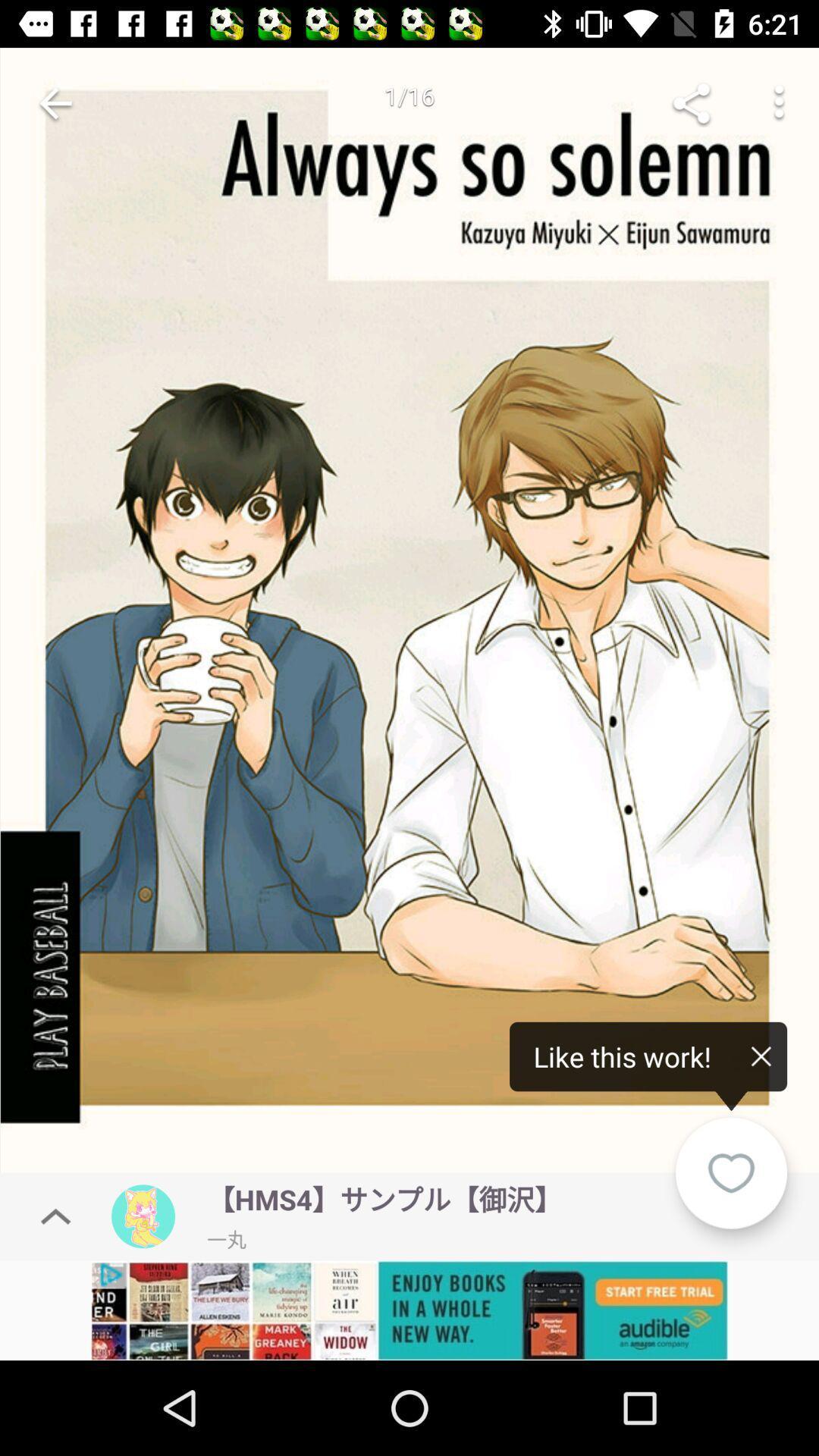 The width and height of the screenshot is (819, 1456). Describe the element at coordinates (730, 1172) in the screenshot. I see `likr buttin` at that location.